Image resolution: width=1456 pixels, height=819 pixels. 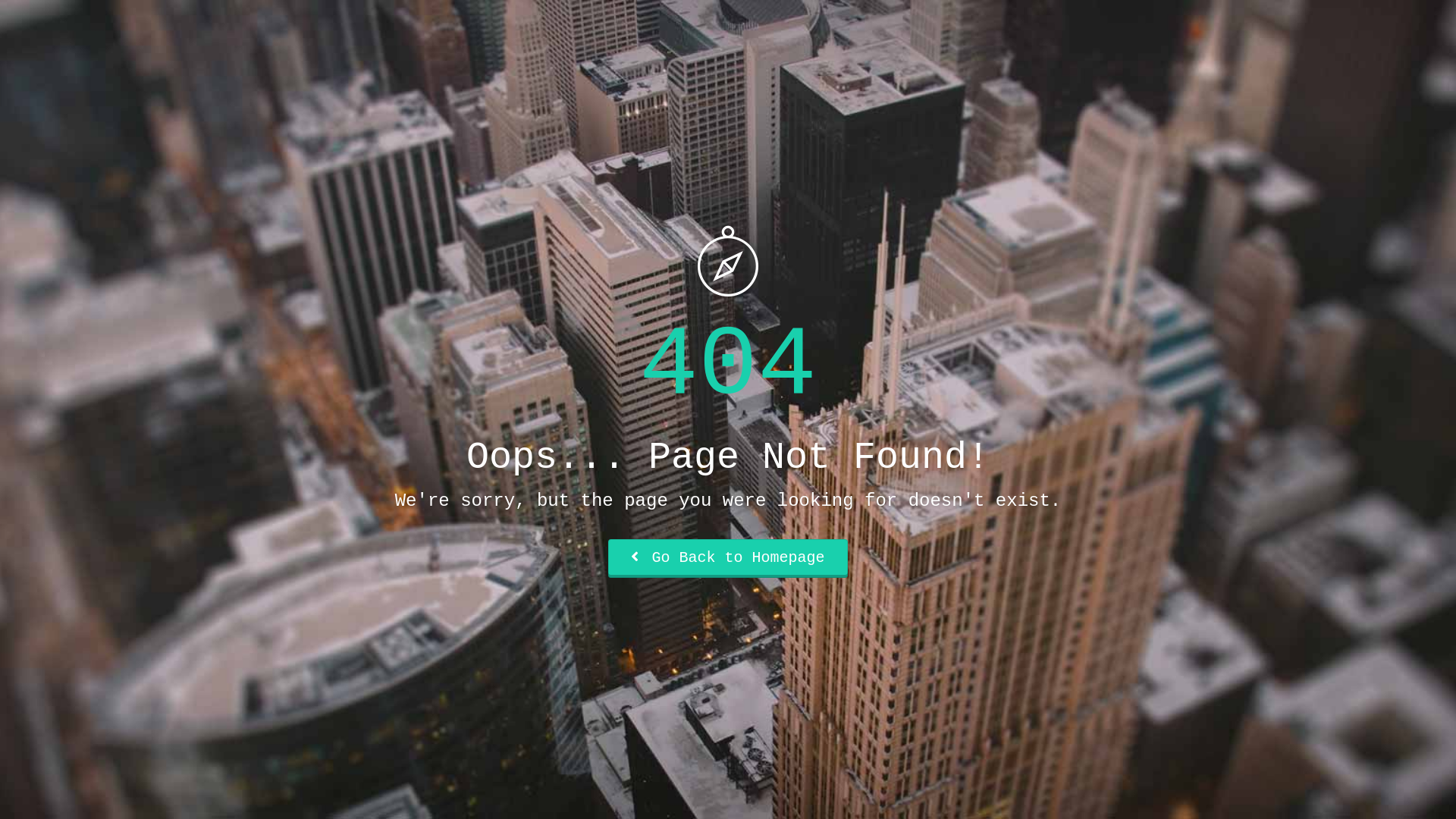 I want to click on 'Go Back to Homepage', so click(x=726, y=558).